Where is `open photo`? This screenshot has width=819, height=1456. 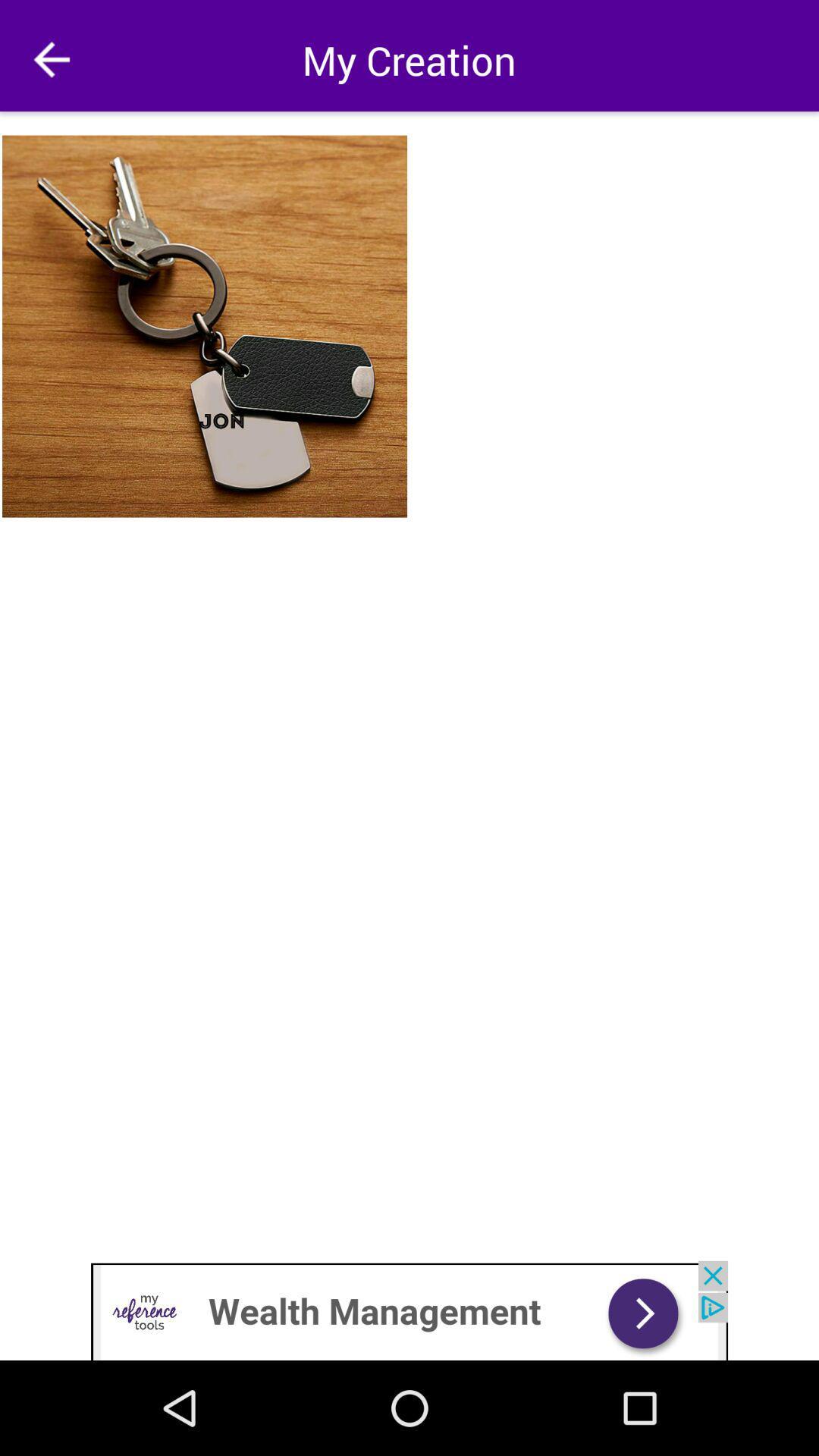
open photo is located at coordinates (206, 325).